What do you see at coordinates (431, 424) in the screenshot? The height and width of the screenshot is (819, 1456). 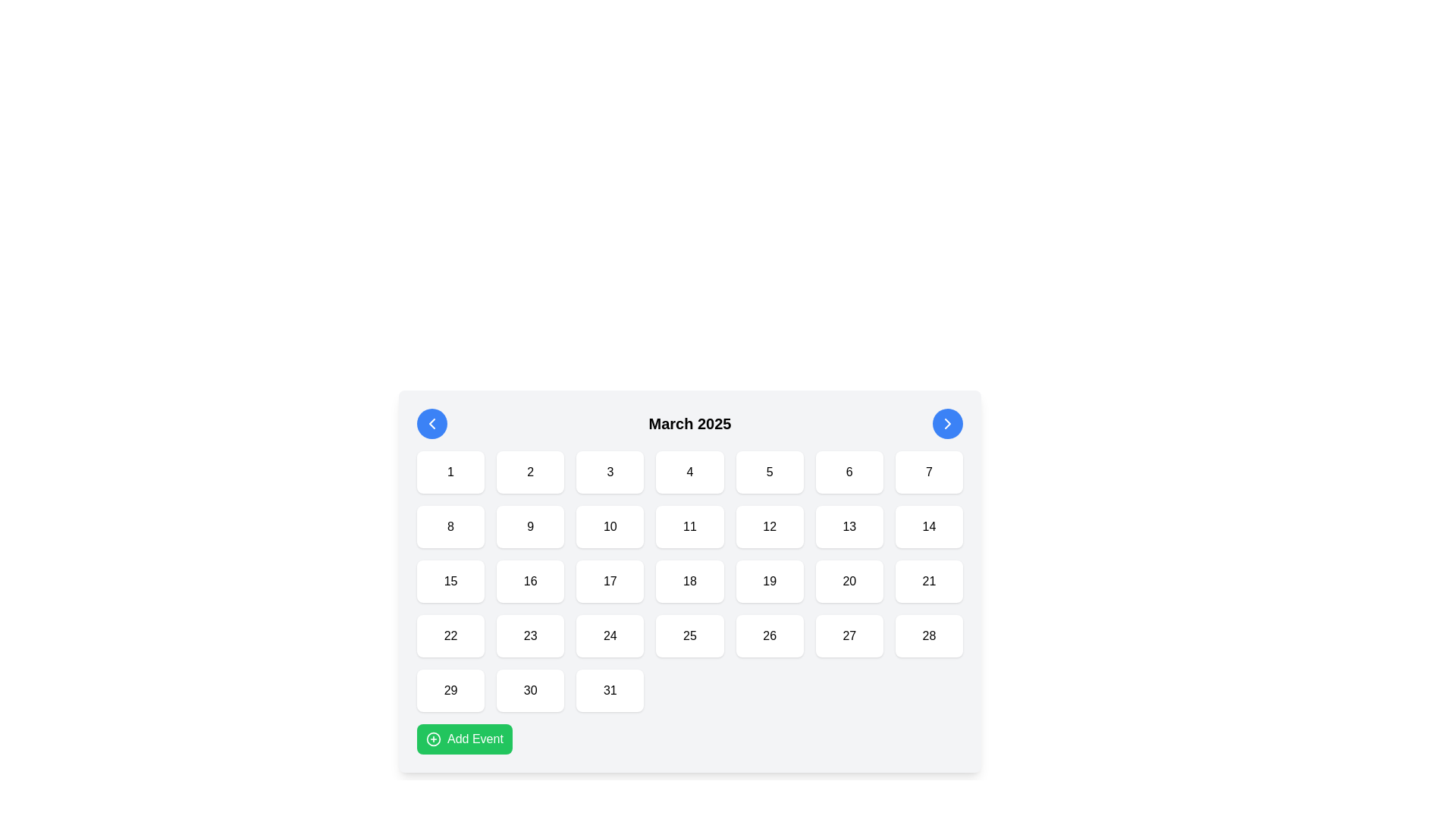 I see `the left chevron navigation button located within a circular button on the left side of the calendar navigation header` at bounding box center [431, 424].